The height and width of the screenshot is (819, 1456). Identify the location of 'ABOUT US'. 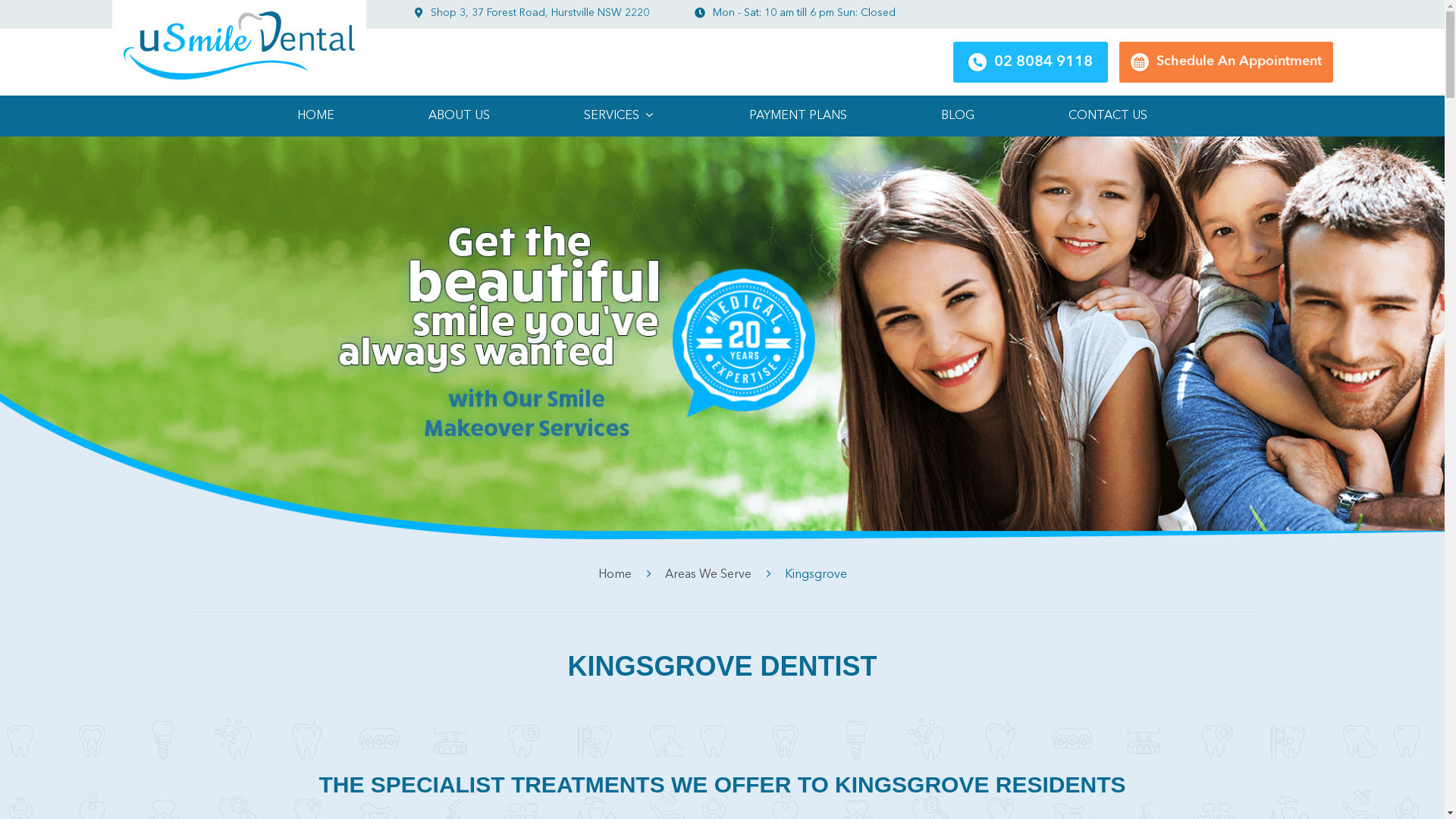
(382, 115).